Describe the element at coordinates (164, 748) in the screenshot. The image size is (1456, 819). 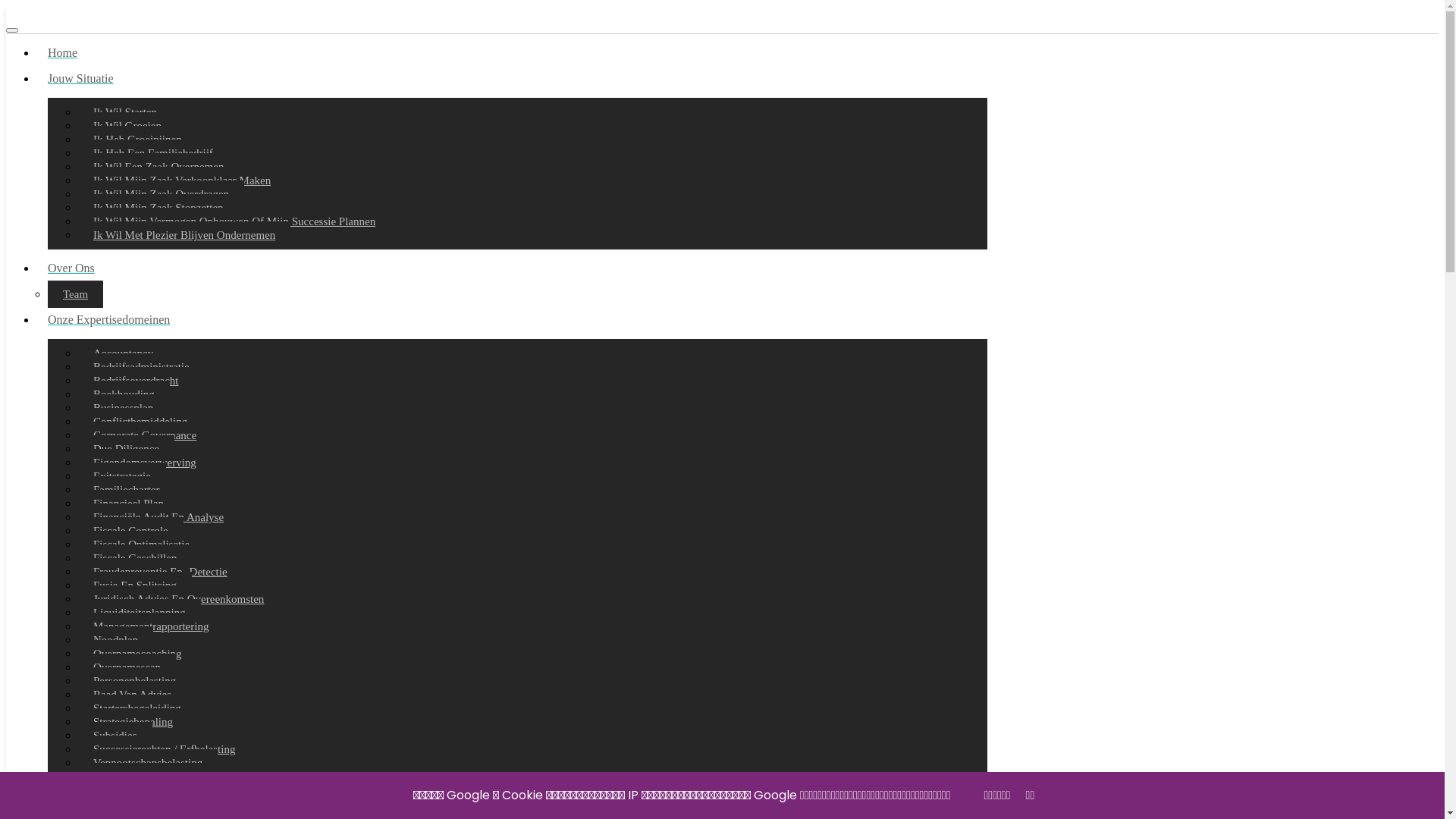
I see `'Successierechten / Erfbelasting'` at that location.